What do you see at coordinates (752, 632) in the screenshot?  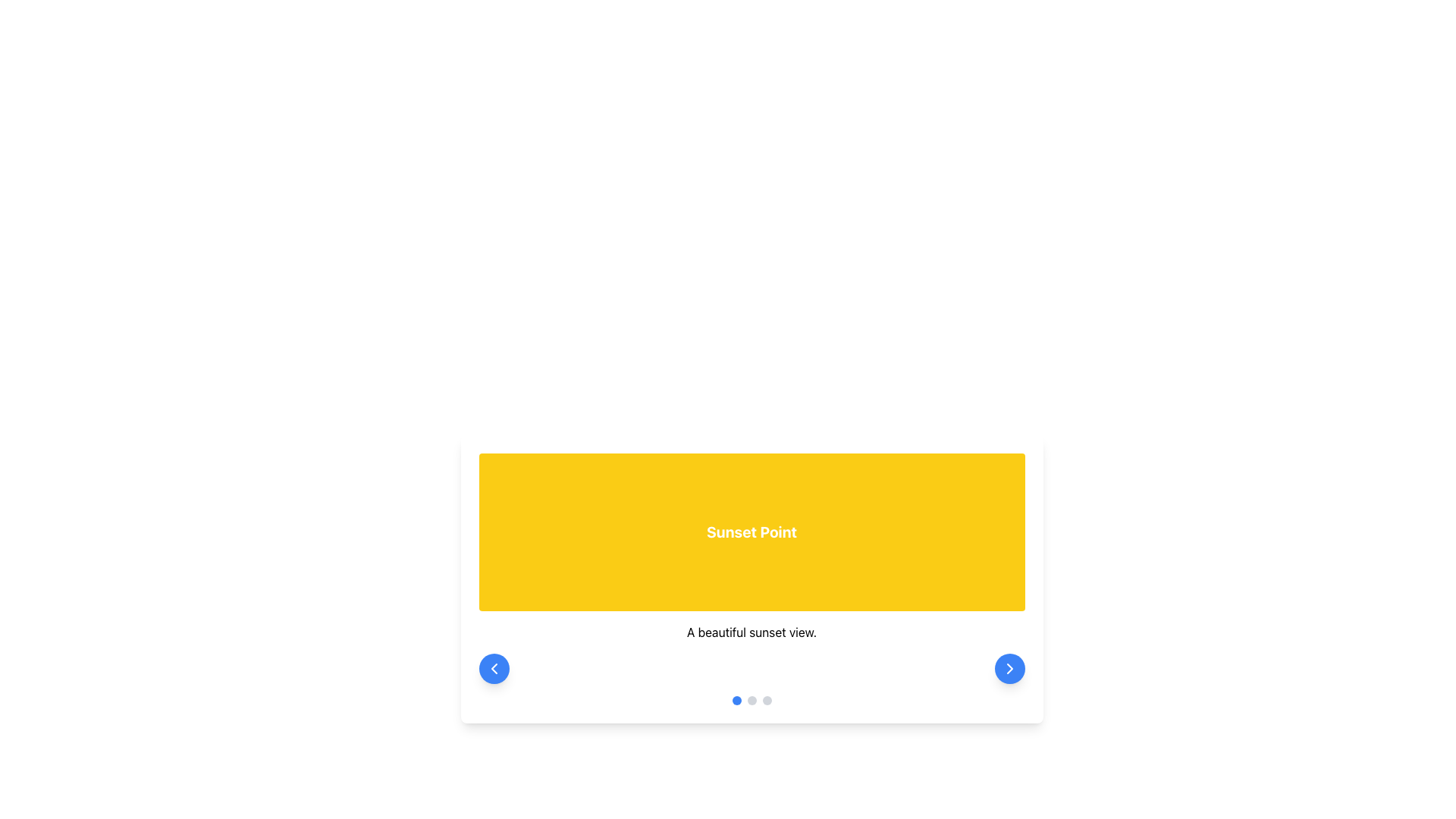 I see `the Text block that provides descriptive text about the visual content displayed above, located beneath the text 'Sunset Point'` at bounding box center [752, 632].